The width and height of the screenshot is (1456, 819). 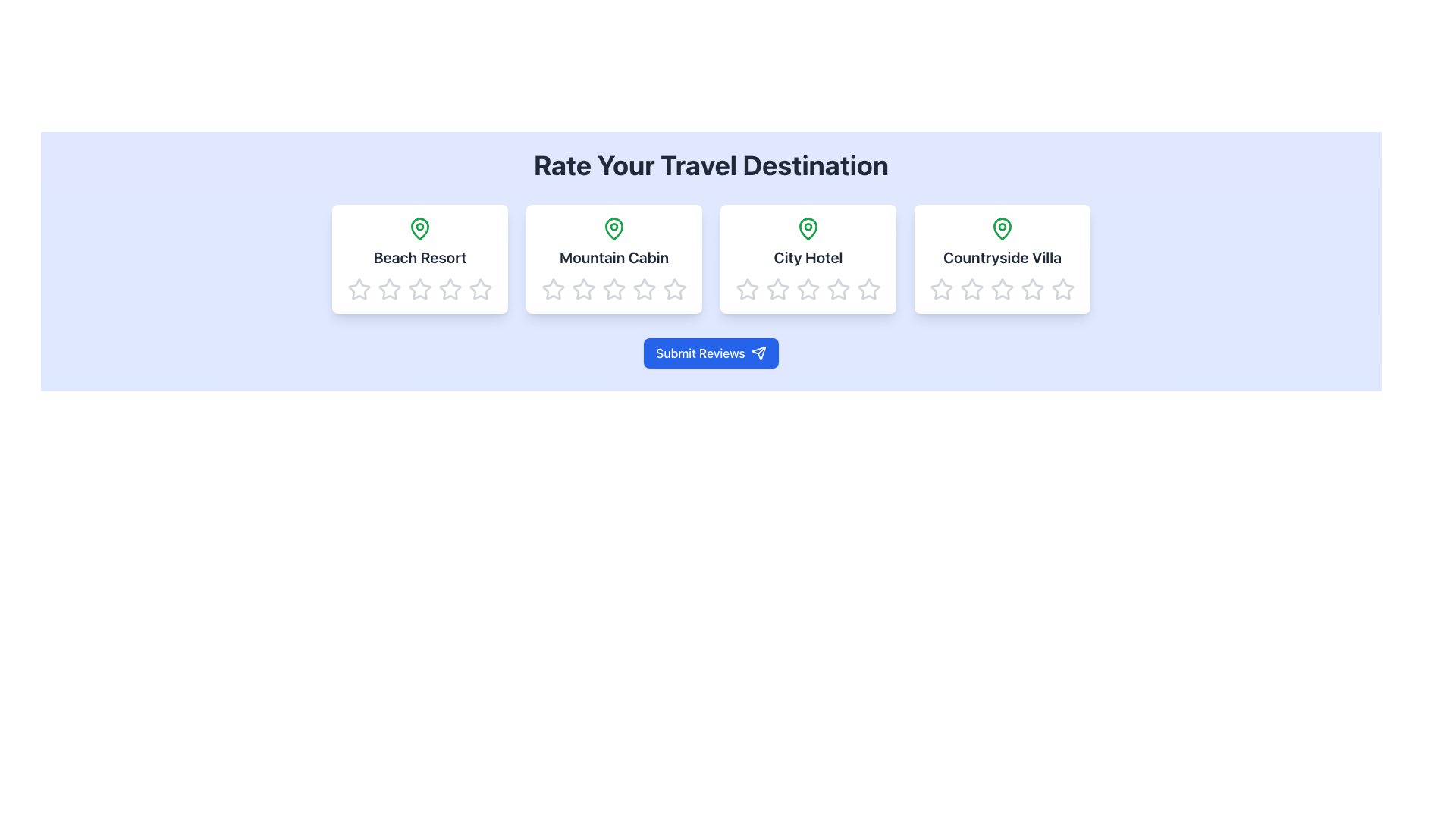 I want to click on the first interactive rating star icon for the 'Mountain Cabin' category, so click(x=552, y=289).